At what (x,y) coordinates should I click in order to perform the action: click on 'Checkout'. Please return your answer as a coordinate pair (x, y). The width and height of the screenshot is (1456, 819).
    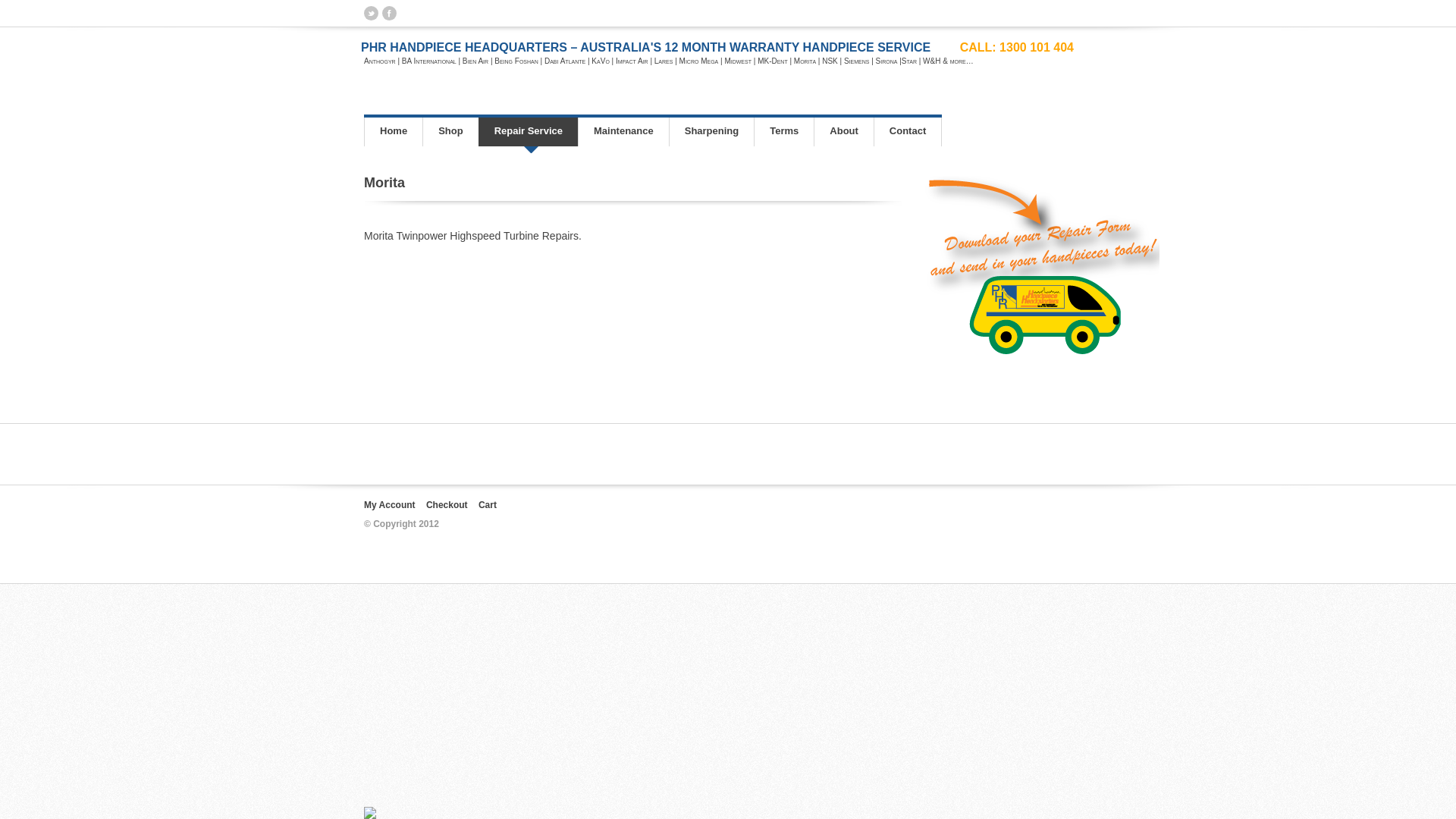
    Looking at the image, I should click on (425, 505).